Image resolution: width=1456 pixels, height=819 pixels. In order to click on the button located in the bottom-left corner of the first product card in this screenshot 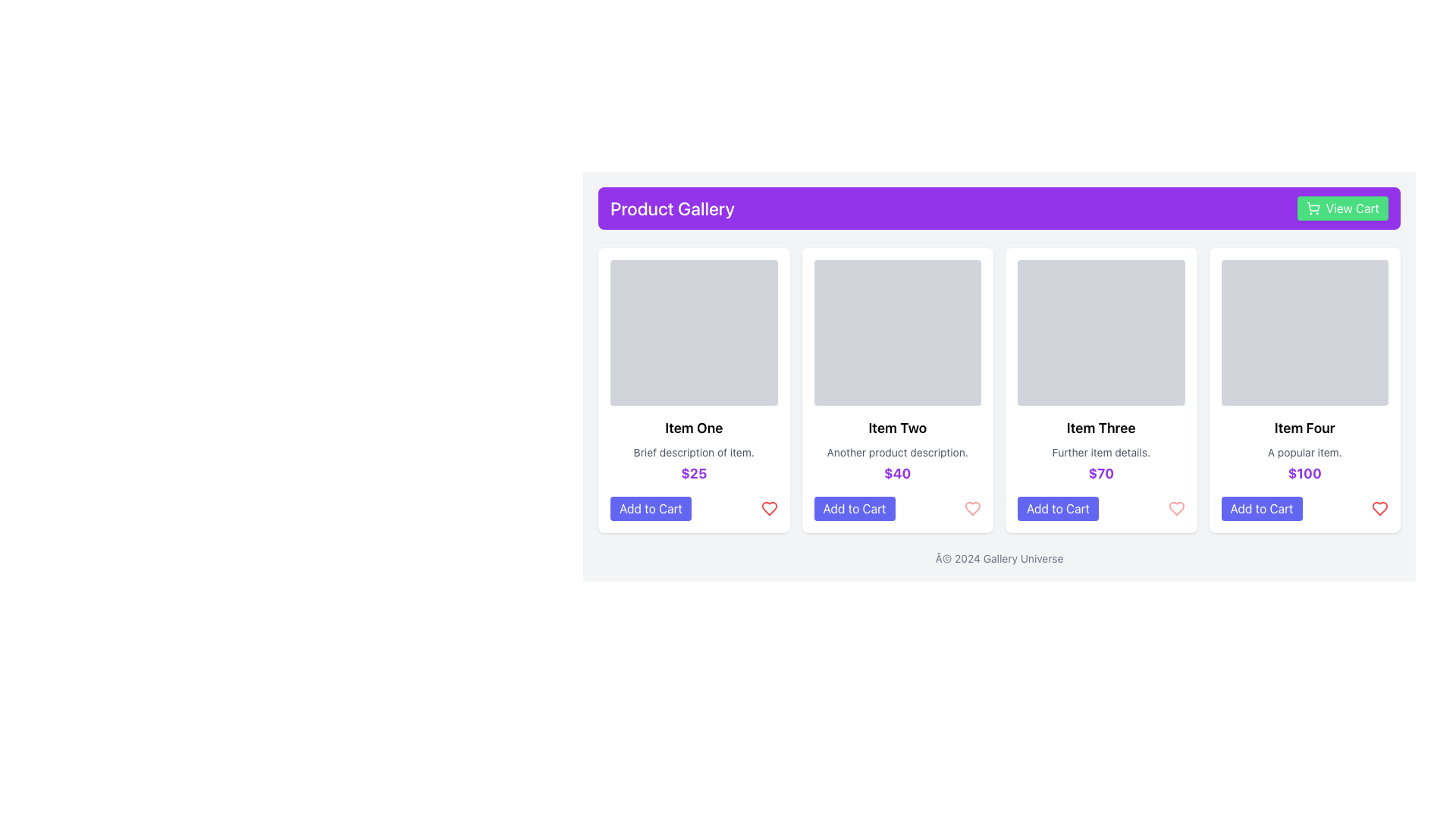, I will do `click(651, 509)`.